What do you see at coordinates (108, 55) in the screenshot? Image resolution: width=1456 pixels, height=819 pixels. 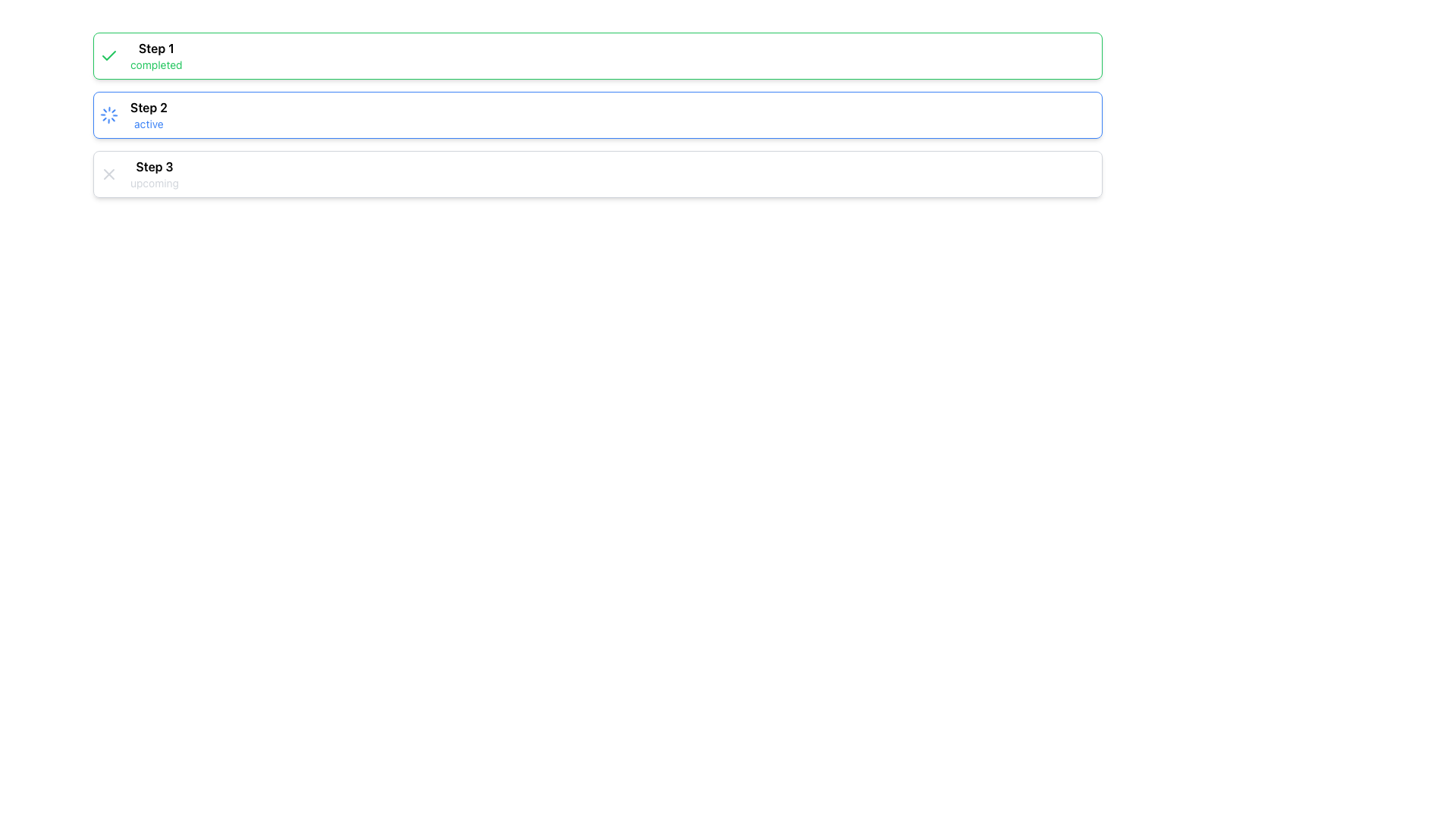 I see `the completion icon indicating that 'Step 1' has been completed successfully, located adjacent to the text 'Step 1 completed'` at bounding box center [108, 55].